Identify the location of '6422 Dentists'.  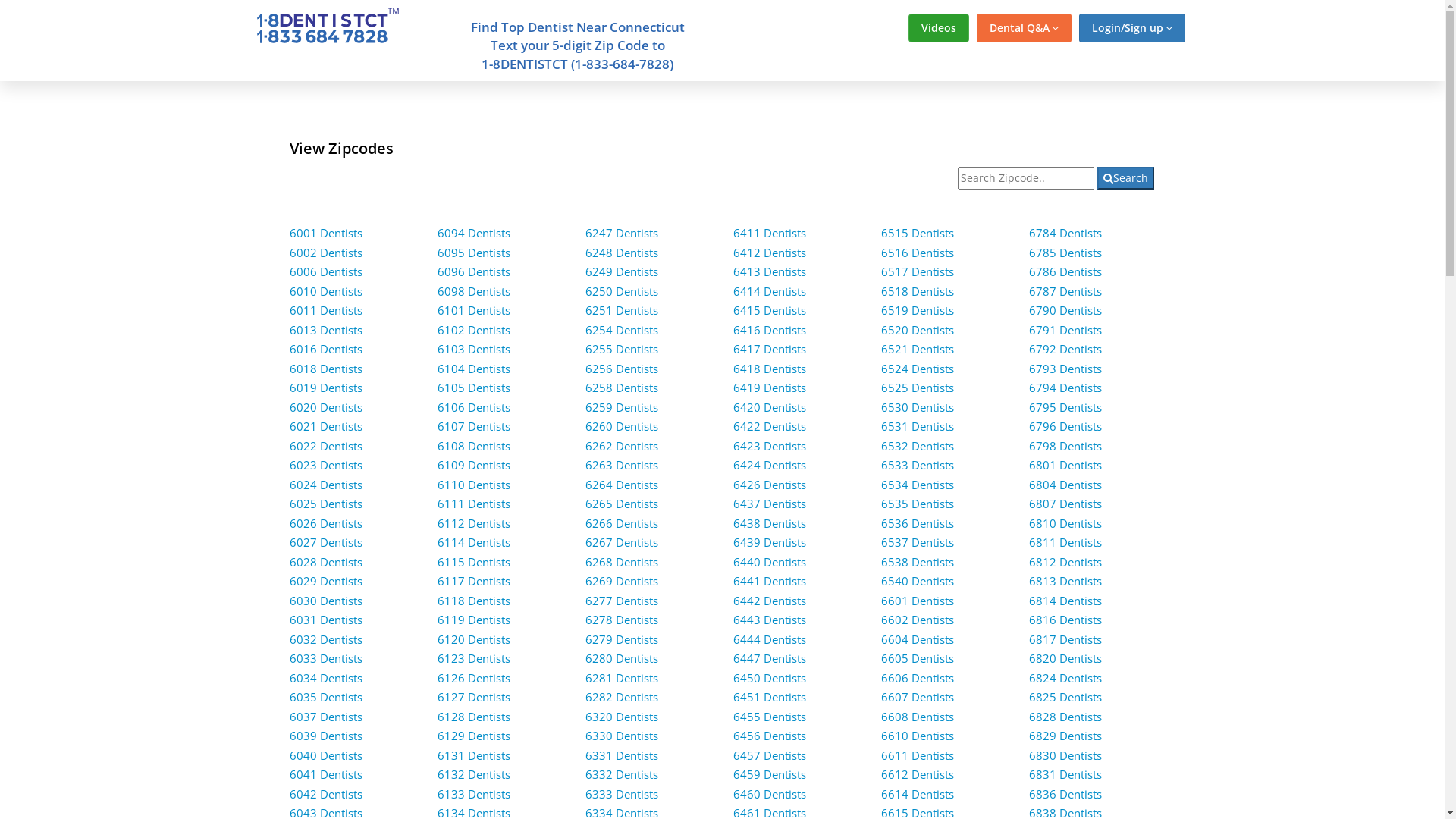
(769, 426).